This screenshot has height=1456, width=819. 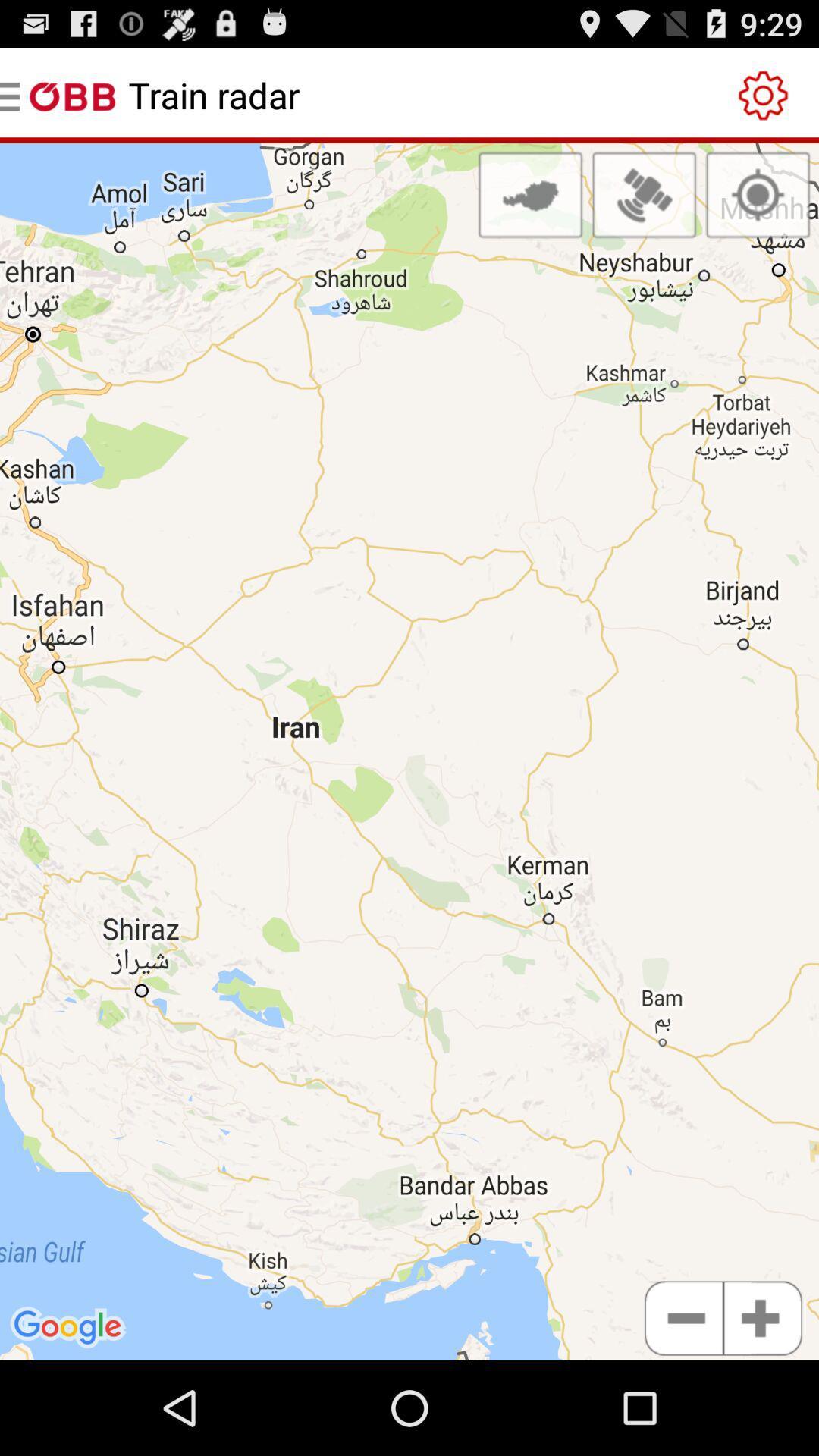 I want to click on icon at the top, so click(x=529, y=194).